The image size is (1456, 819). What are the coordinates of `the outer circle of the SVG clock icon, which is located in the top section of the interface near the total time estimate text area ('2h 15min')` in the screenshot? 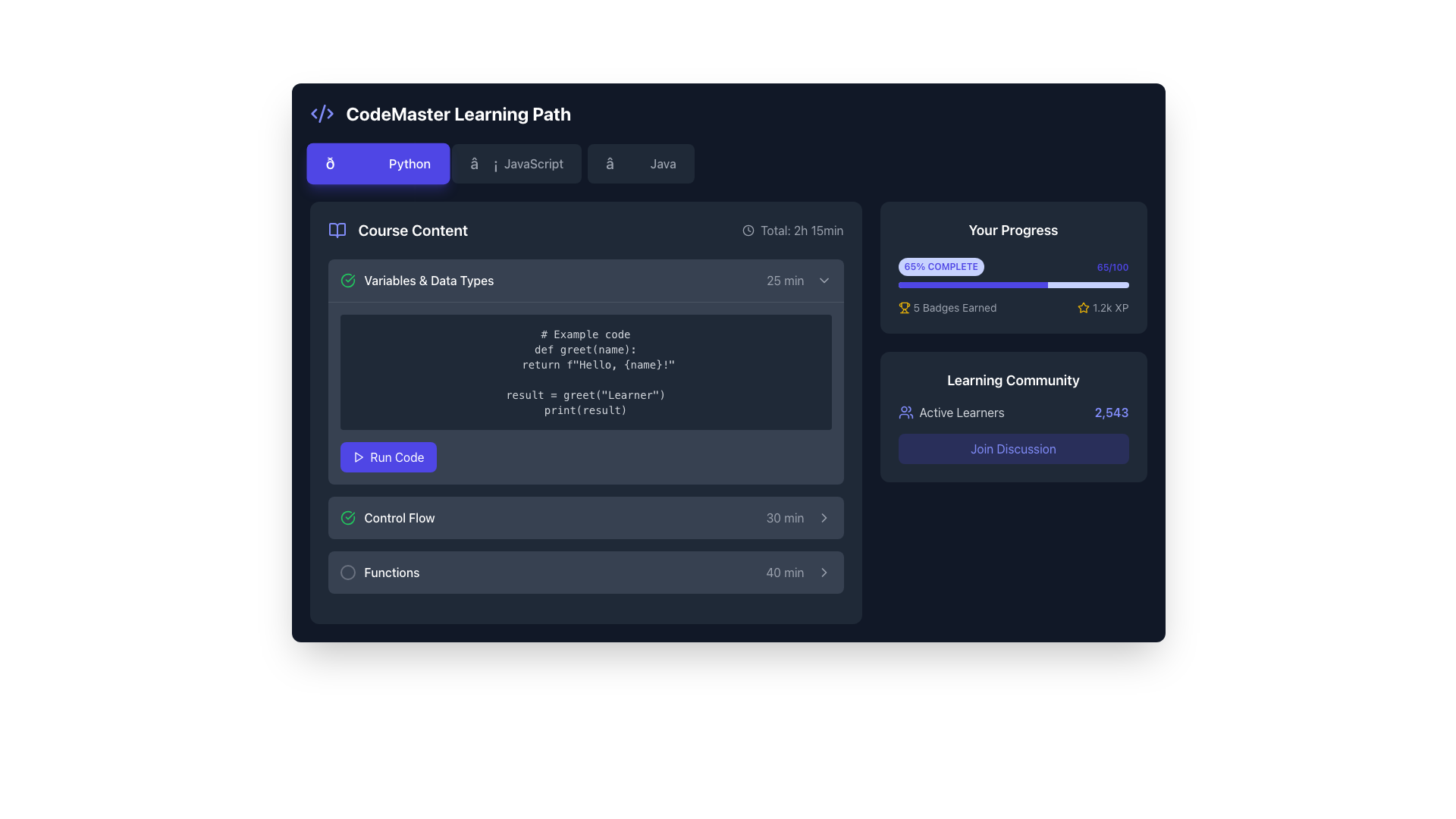 It's located at (748, 231).